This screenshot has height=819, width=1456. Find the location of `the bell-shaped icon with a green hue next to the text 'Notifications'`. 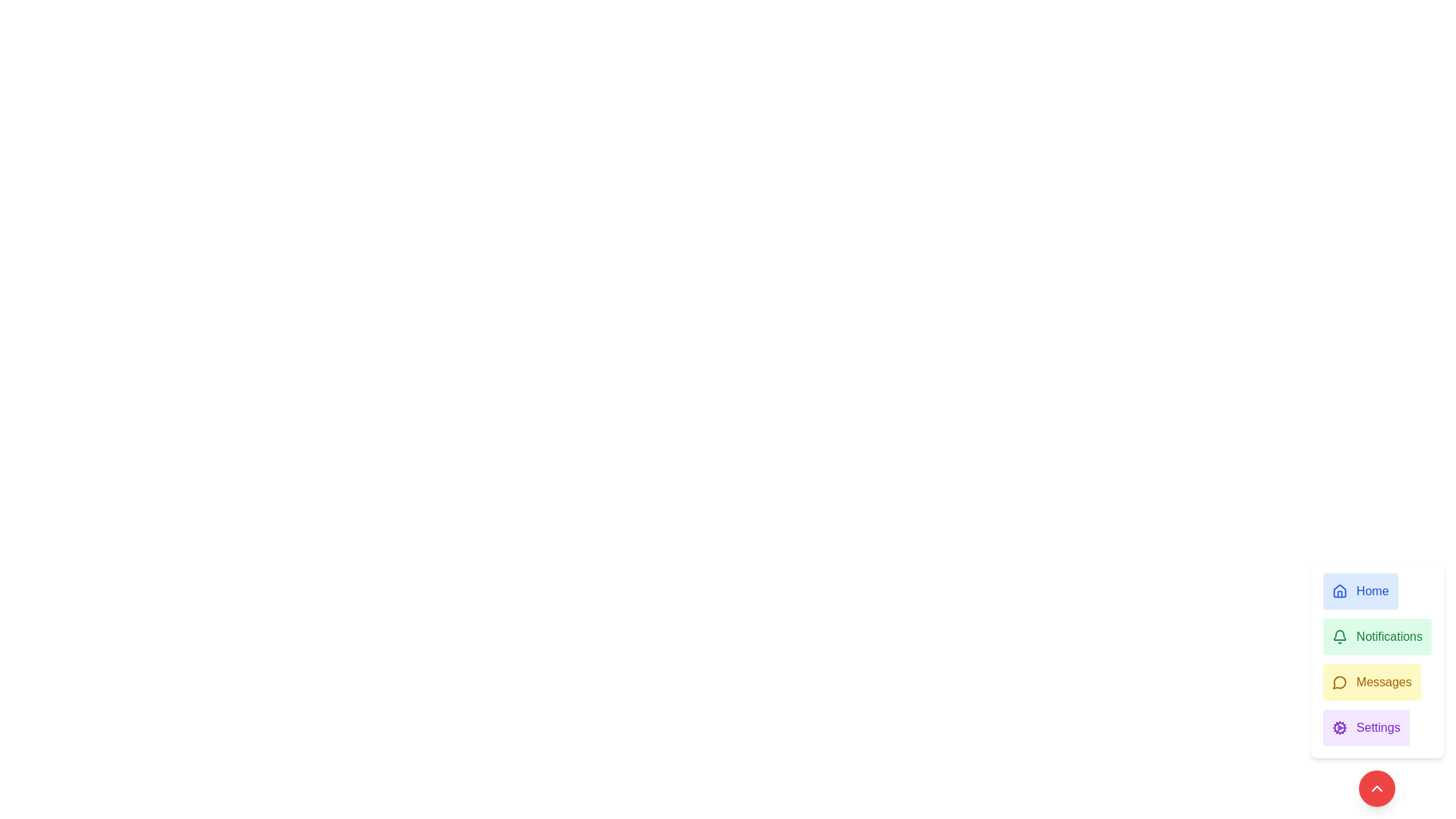

the bell-shaped icon with a green hue next to the text 'Notifications' is located at coordinates (1339, 637).